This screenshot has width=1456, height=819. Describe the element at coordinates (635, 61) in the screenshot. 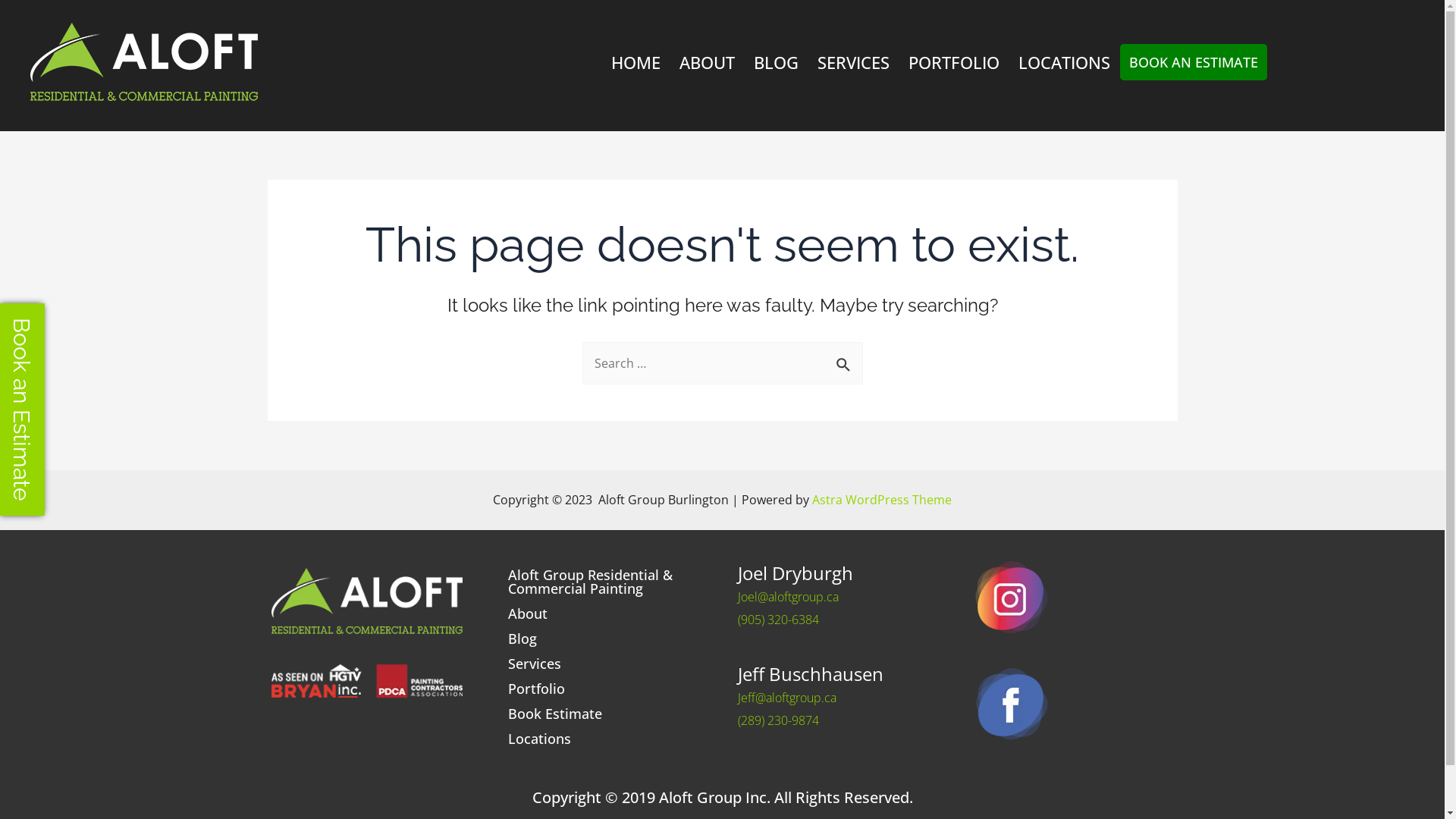

I see `'HOME'` at that location.